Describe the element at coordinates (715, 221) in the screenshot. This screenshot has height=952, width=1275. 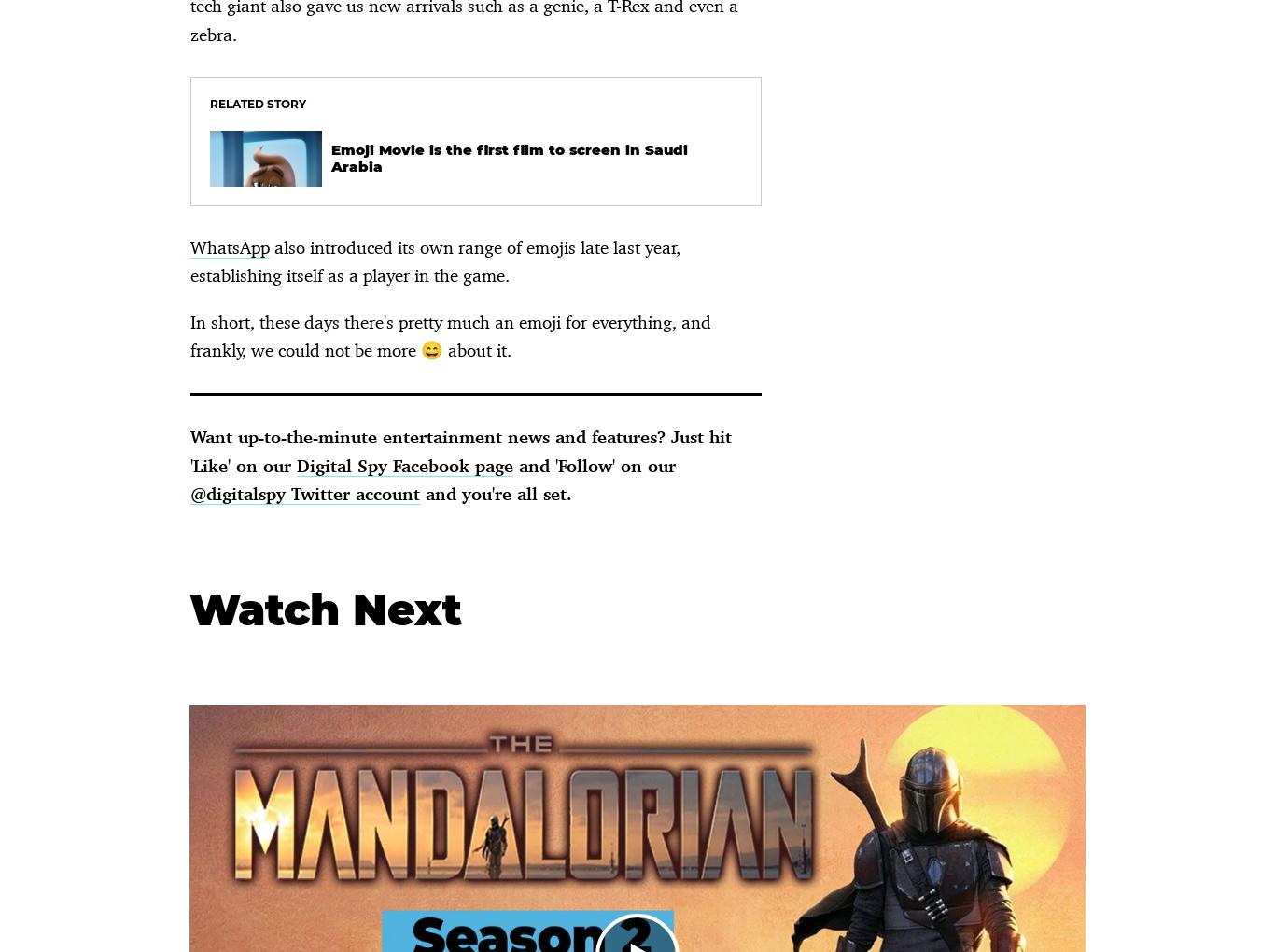
I see `'Sitemap'` at that location.